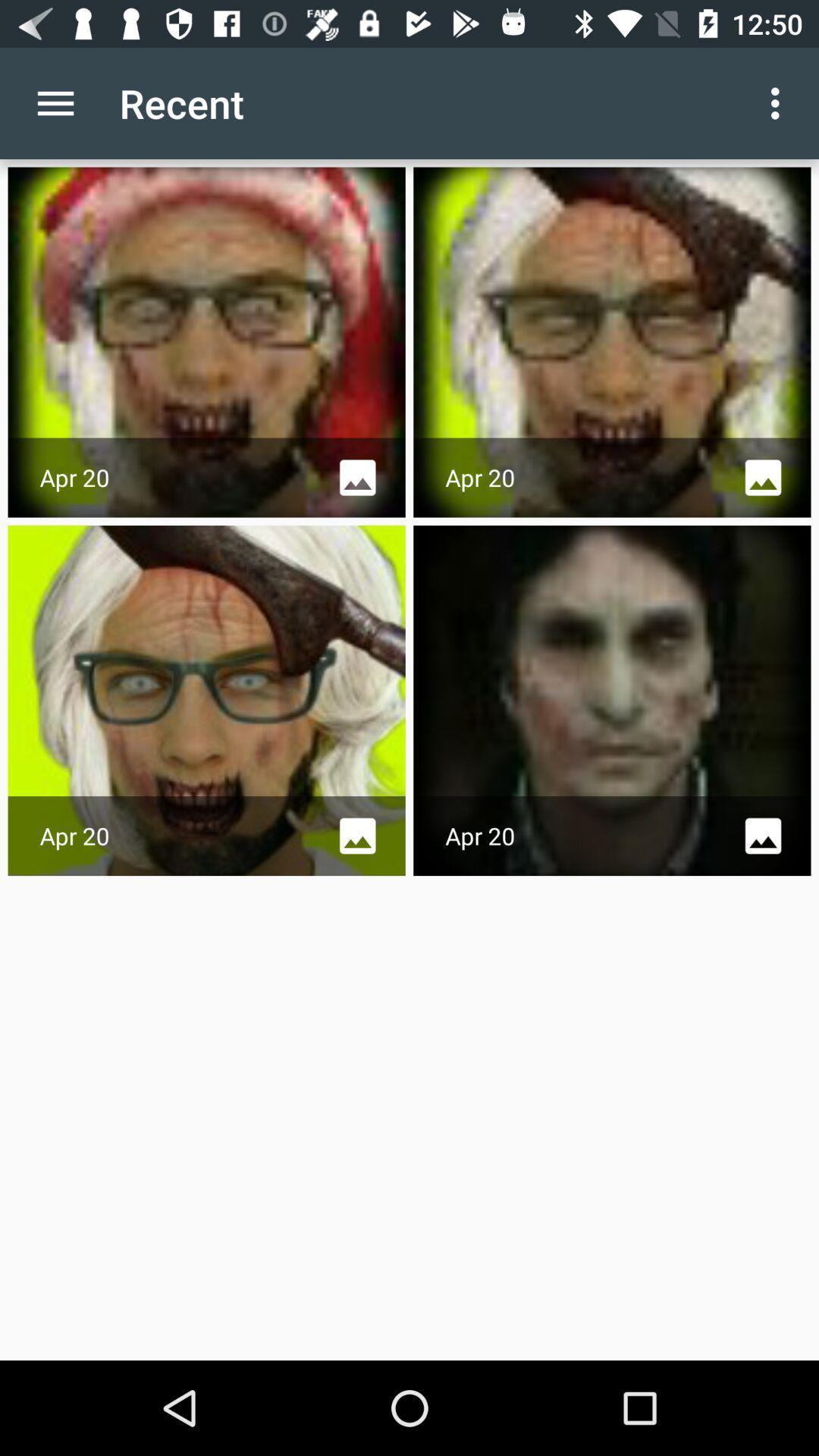  Describe the element at coordinates (779, 102) in the screenshot. I see `the icon next to recent` at that location.